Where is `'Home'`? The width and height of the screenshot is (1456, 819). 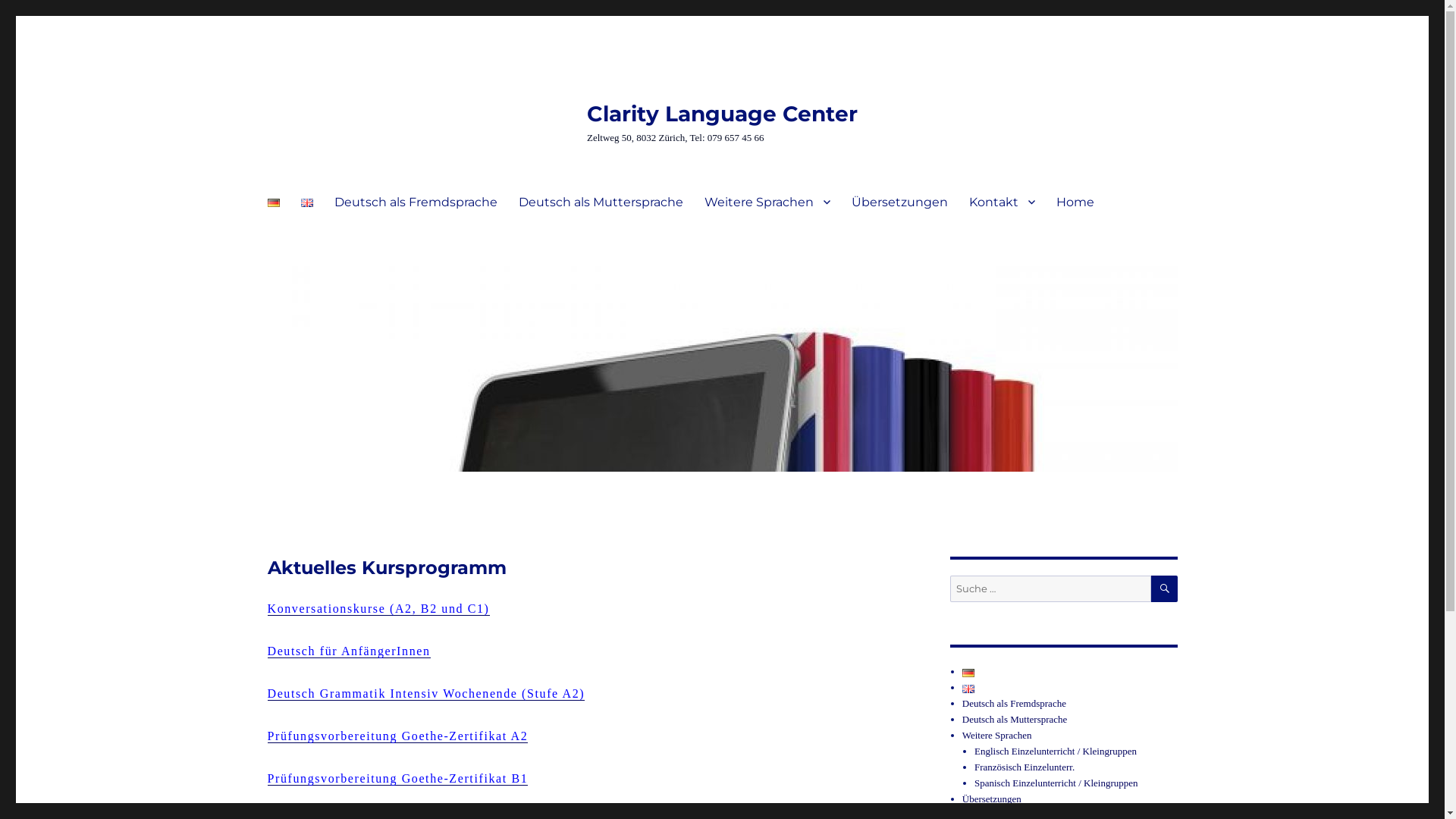 'Home' is located at coordinates (1073, 201).